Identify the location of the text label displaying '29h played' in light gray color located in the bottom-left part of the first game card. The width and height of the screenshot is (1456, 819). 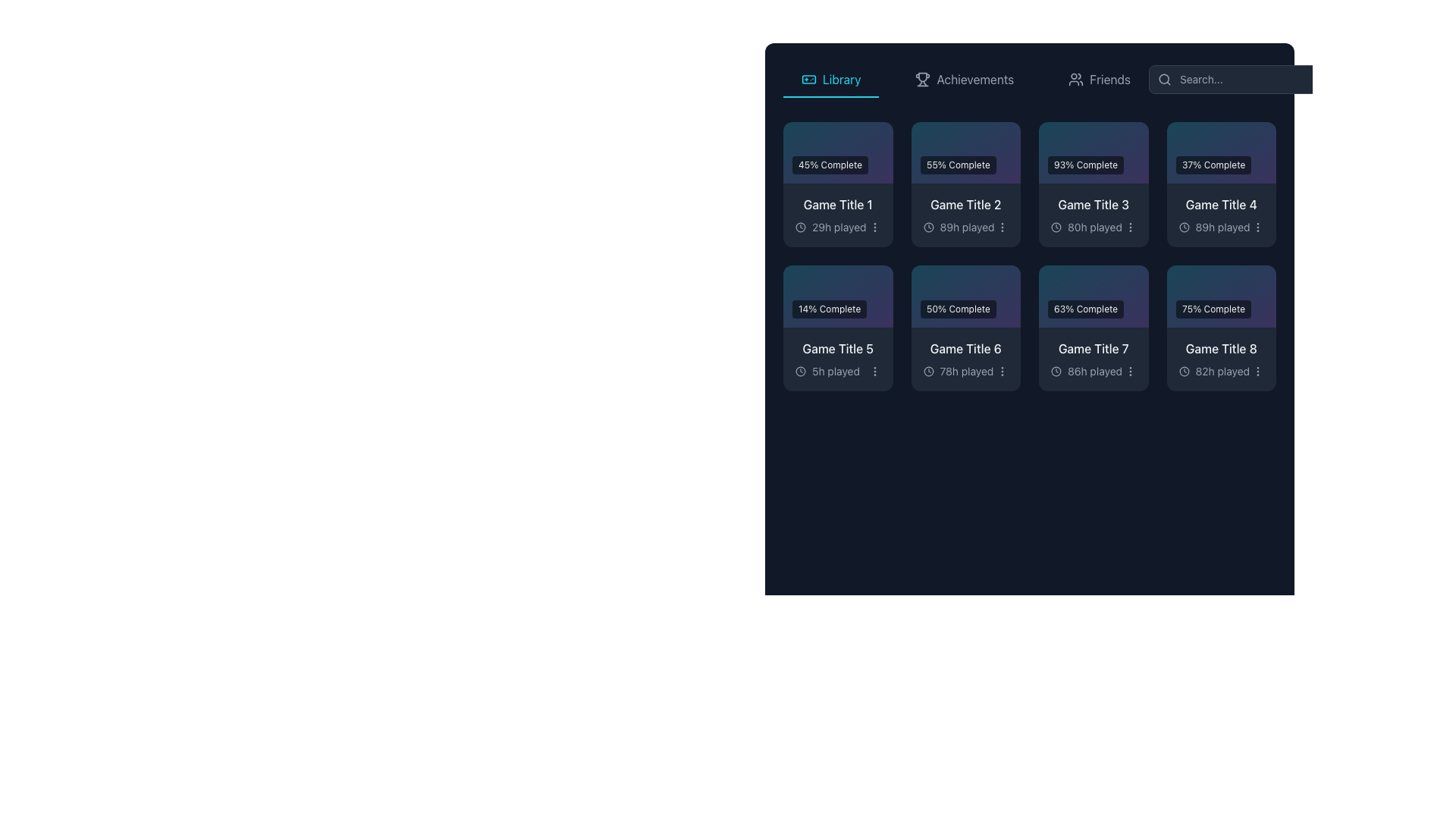
(838, 227).